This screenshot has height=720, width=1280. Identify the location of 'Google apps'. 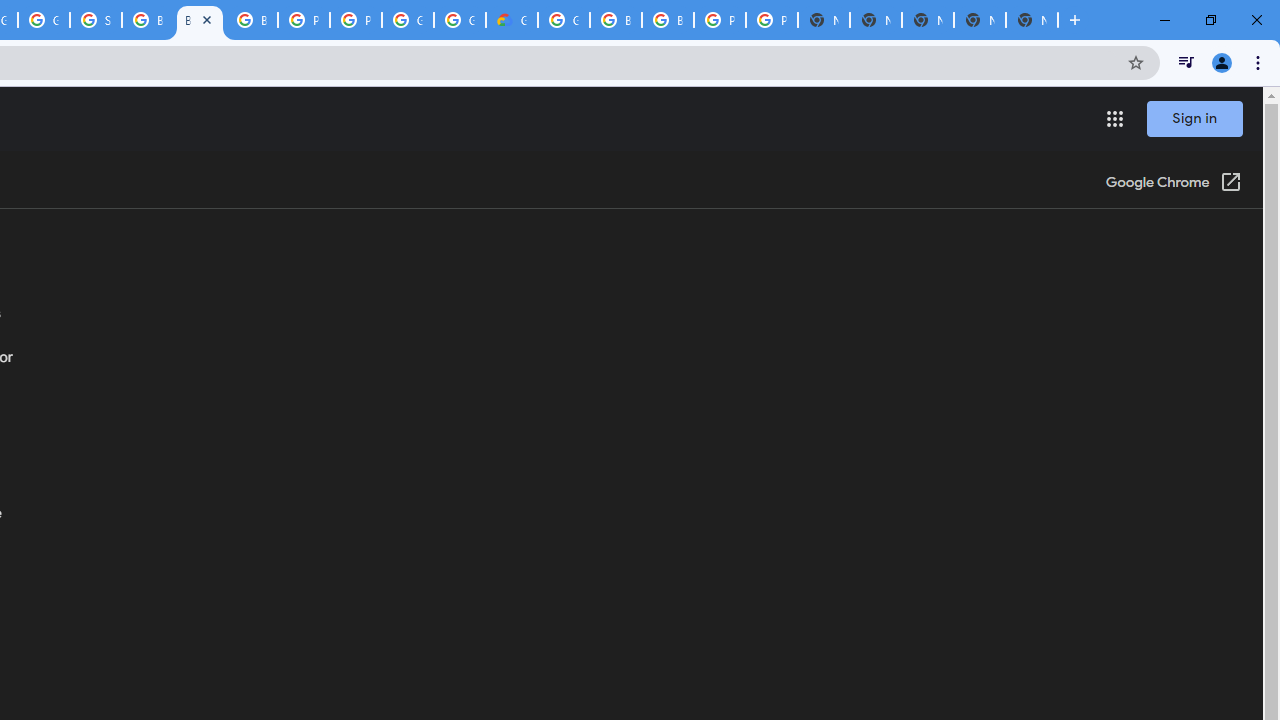
(1113, 119).